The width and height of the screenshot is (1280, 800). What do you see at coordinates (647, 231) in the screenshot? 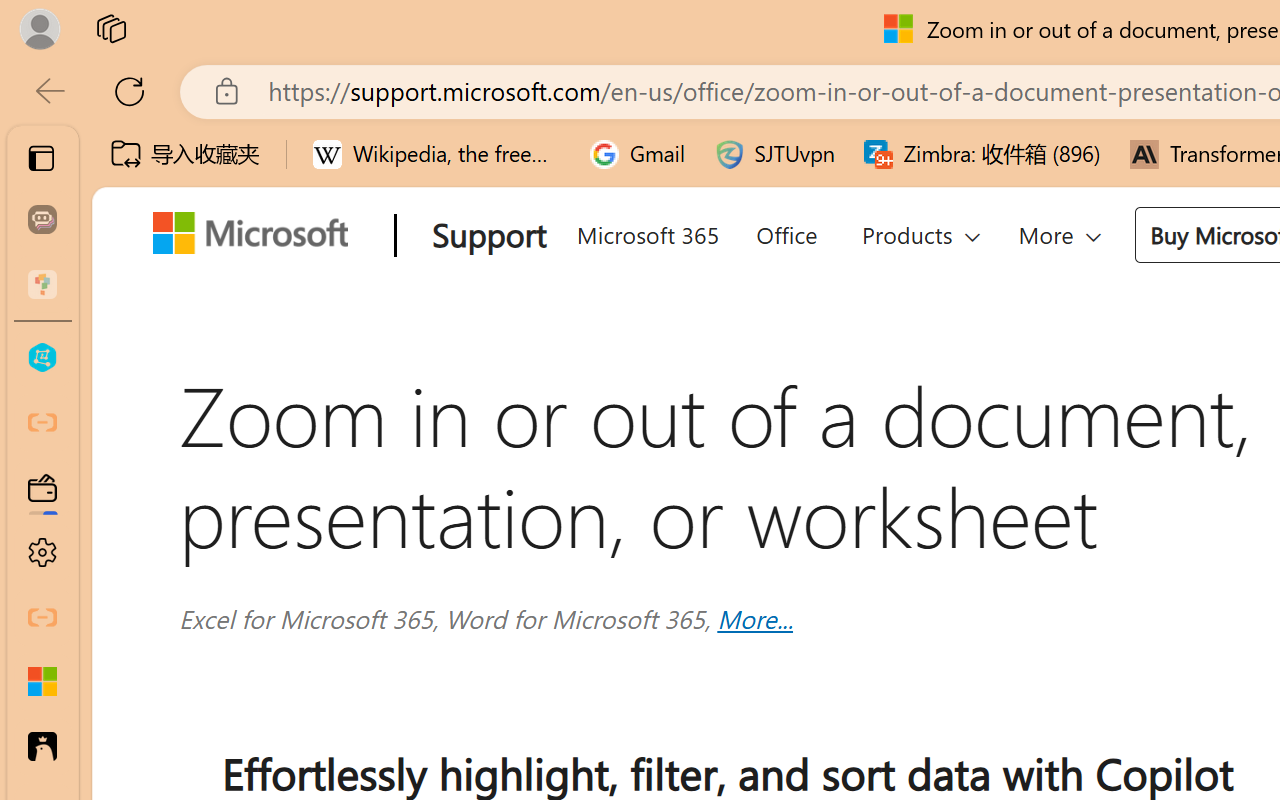
I see `'Microsoft 365'` at bounding box center [647, 231].